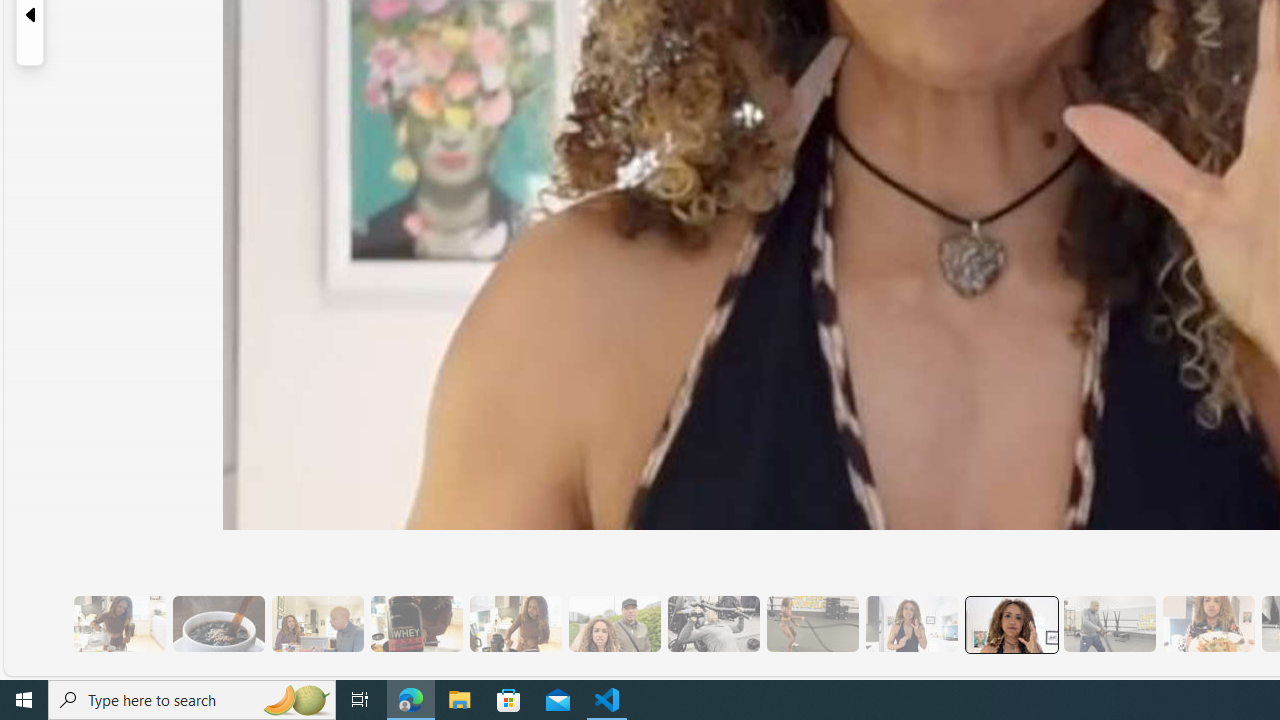 The image size is (1280, 720). I want to click on '7 They Don', so click(515, 623).